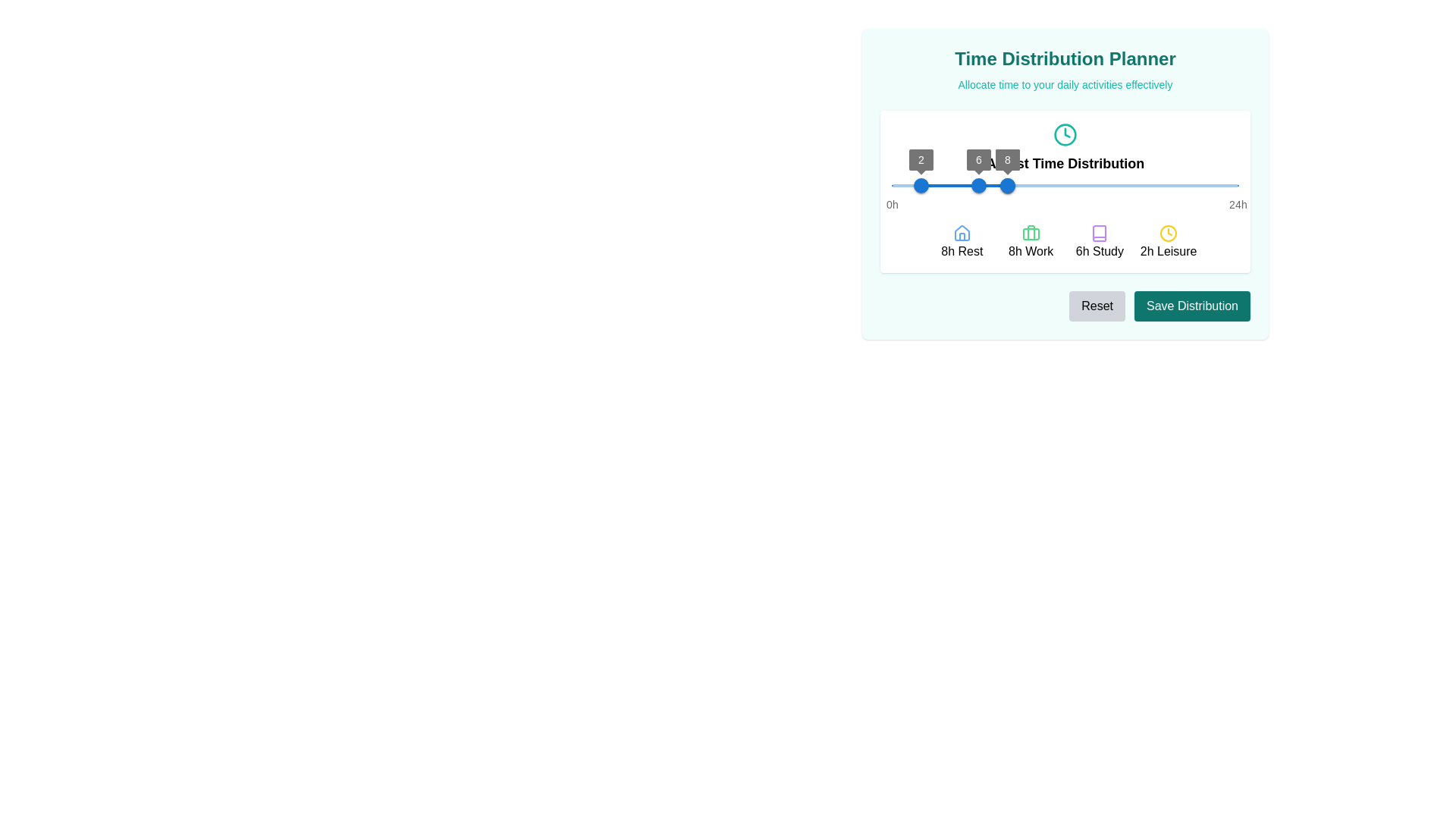 The width and height of the screenshot is (1456, 819). I want to click on the label with the green briefcase icon and the text '8h Work', which is the second entry in a four-column grid representing time allocations for activities, so click(1031, 242).